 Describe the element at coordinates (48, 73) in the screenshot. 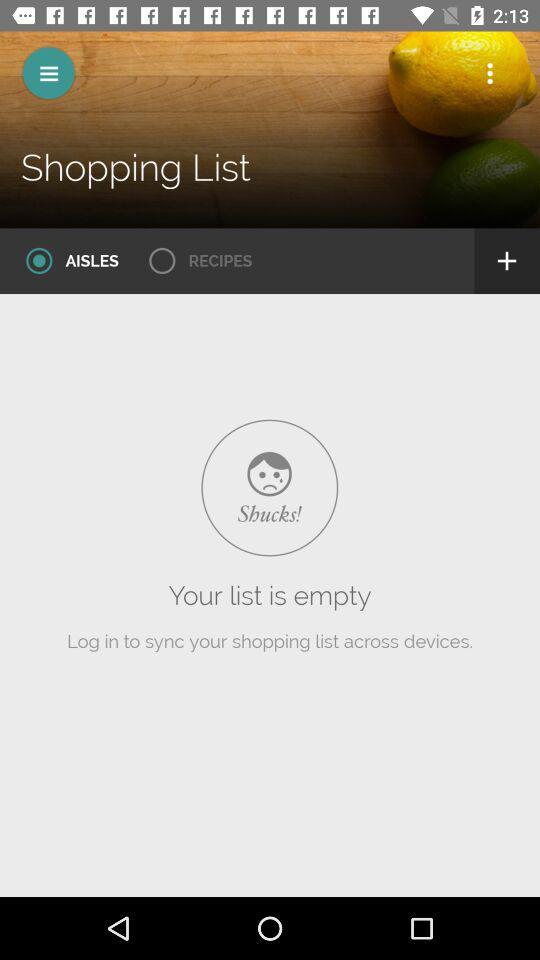

I see `open menu` at that location.